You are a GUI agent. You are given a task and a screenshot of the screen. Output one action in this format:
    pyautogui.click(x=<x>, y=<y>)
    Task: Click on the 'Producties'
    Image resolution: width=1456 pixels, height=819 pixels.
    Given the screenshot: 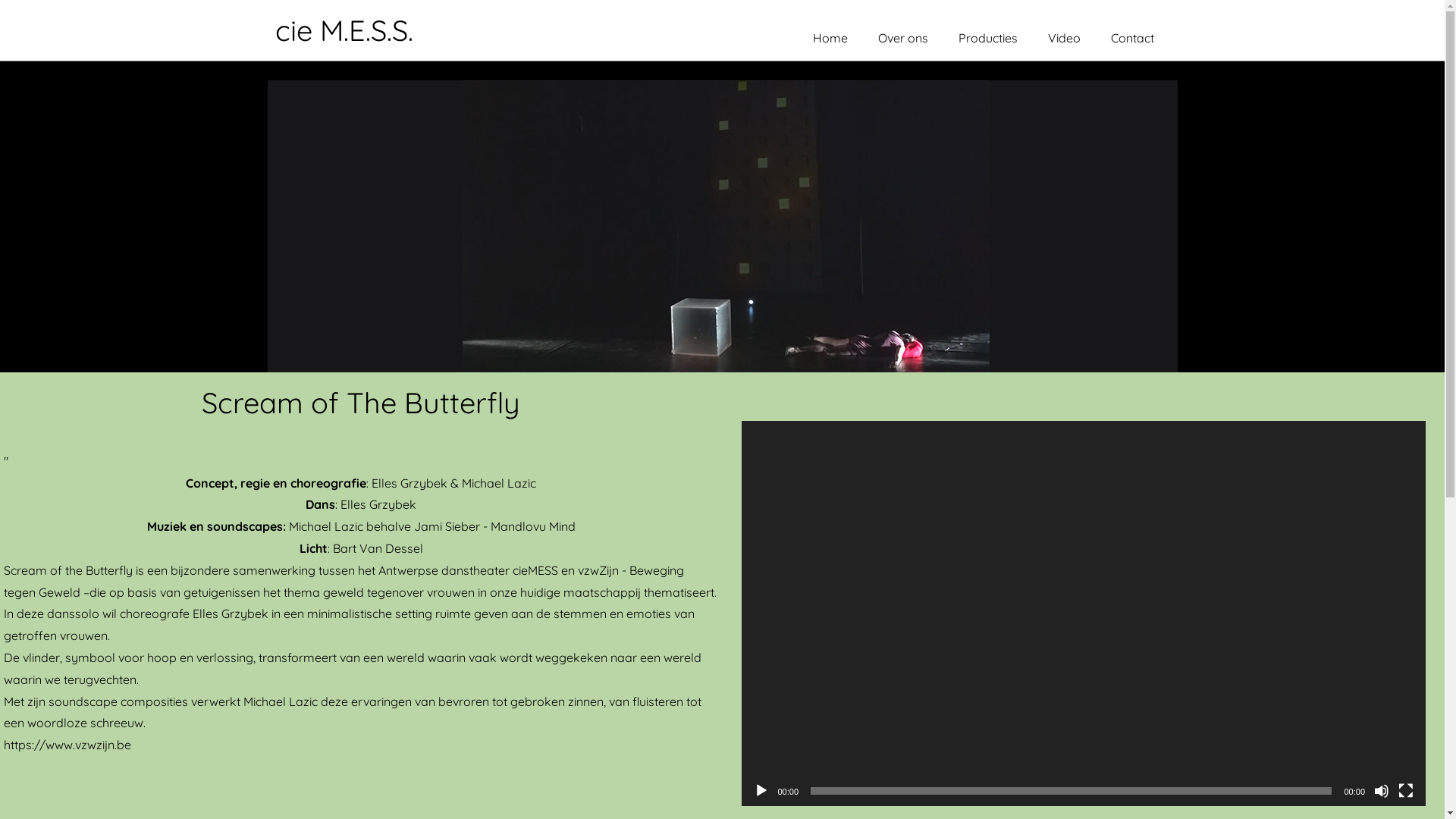 What is the action you would take?
    pyautogui.click(x=987, y=37)
    